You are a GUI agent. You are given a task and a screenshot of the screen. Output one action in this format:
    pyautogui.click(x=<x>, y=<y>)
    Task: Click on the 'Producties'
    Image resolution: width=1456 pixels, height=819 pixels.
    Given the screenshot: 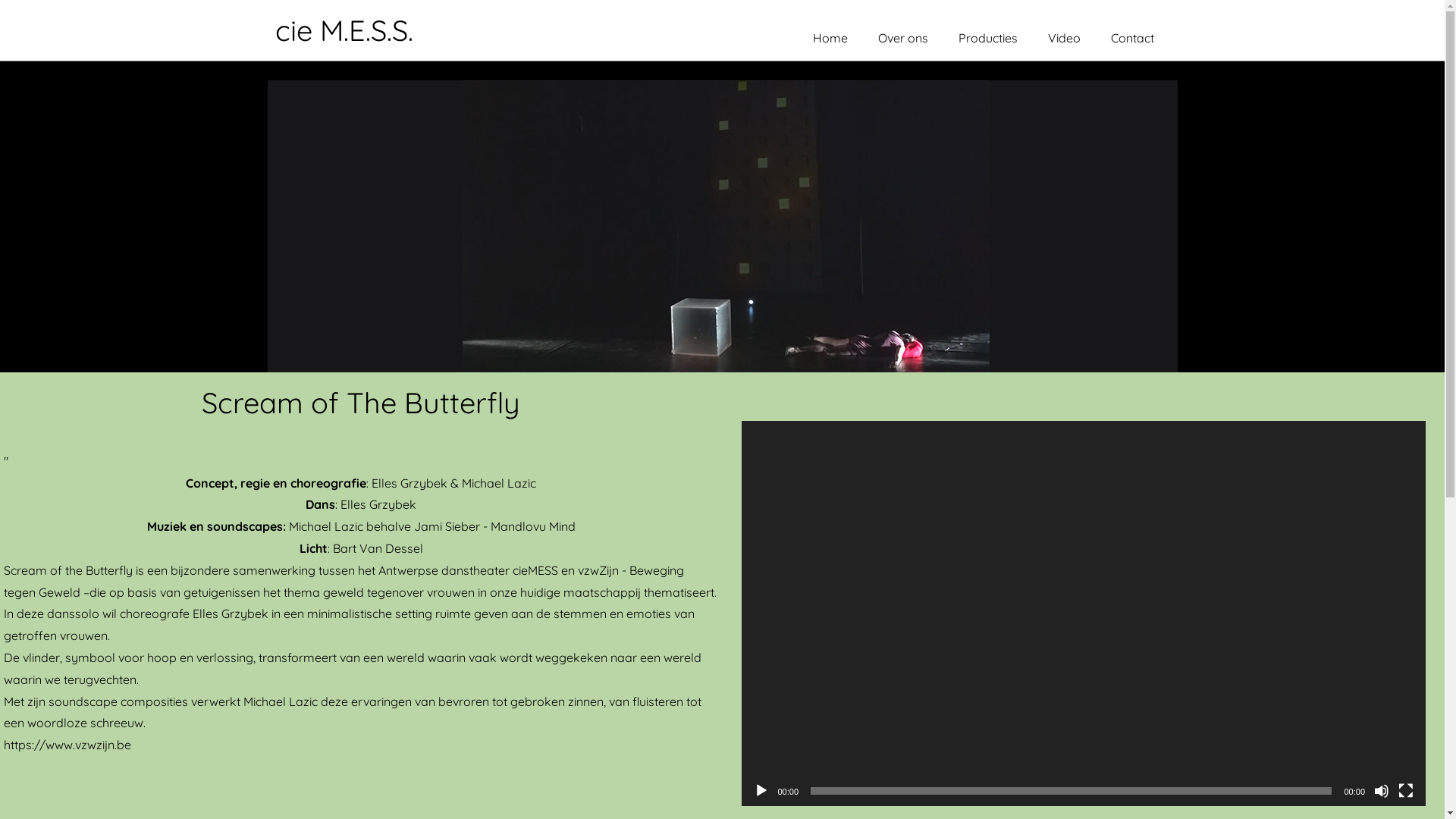 What is the action you would take?
    pyautogui.click(x=987, y=37)
    